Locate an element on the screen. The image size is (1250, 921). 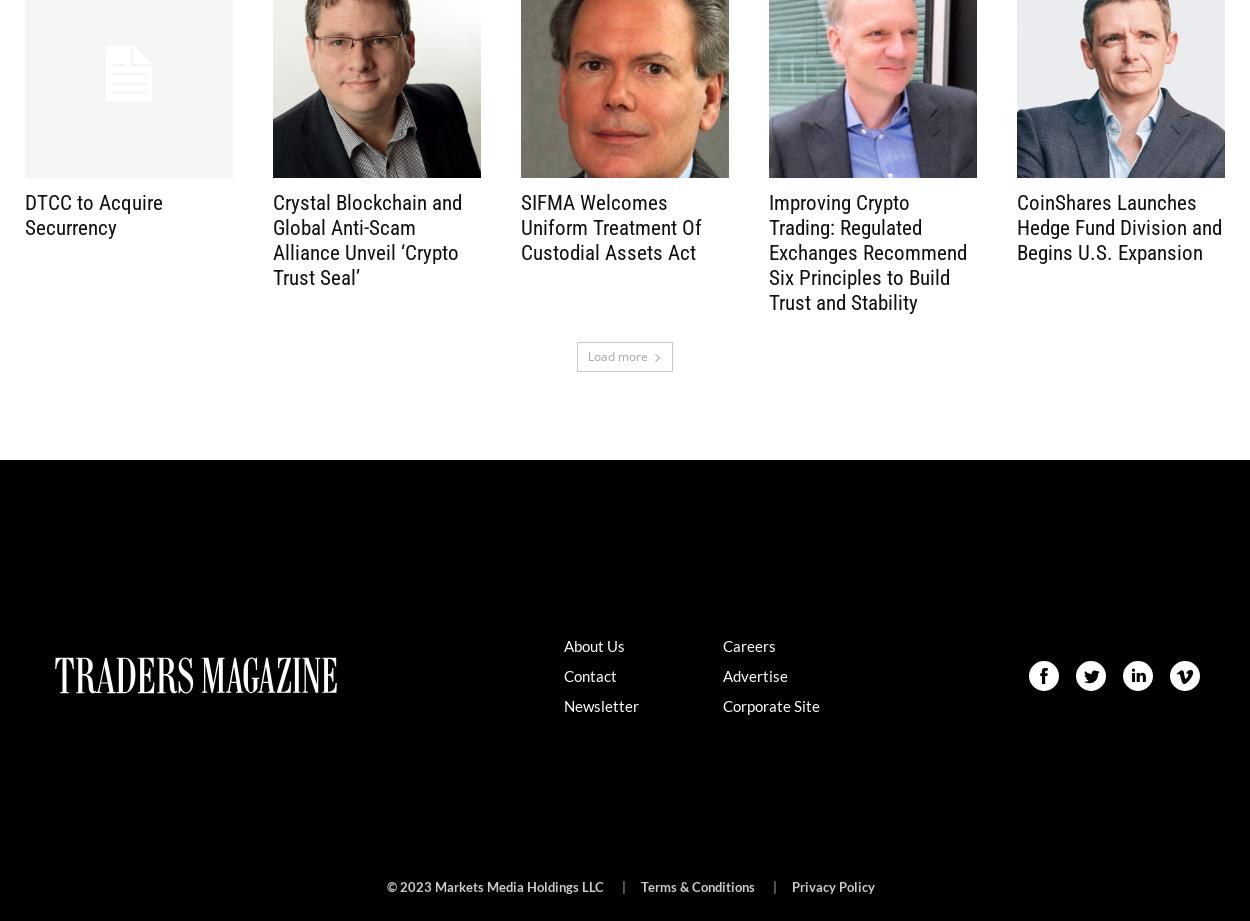
'Corporate Site' is located at coordinates (770, 705).